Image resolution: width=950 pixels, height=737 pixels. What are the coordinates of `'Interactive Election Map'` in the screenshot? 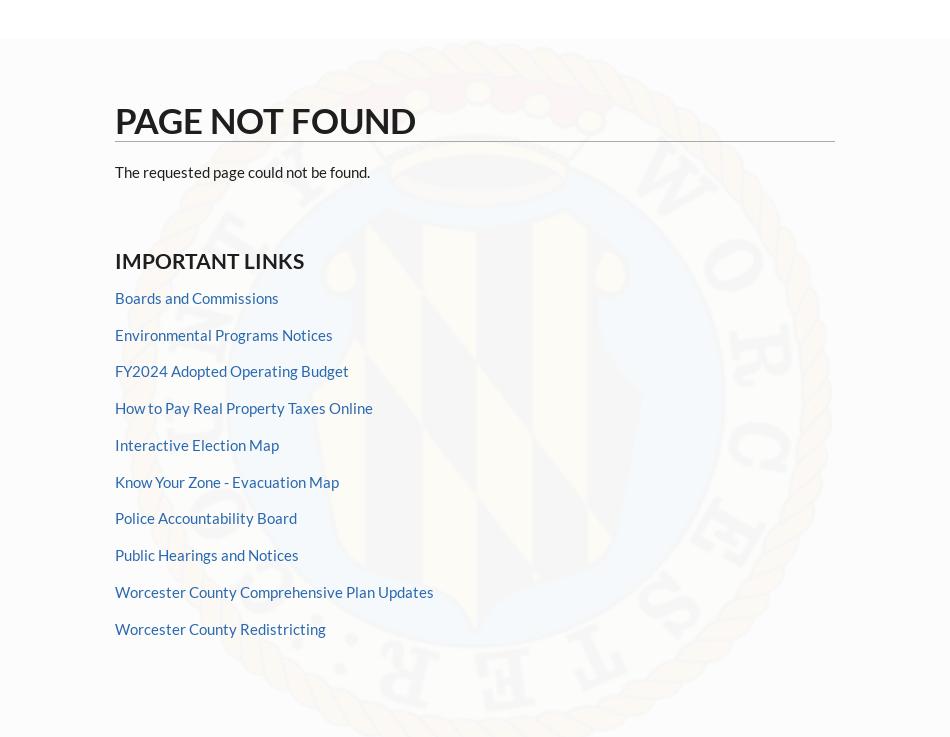 It's located at (115, 442).